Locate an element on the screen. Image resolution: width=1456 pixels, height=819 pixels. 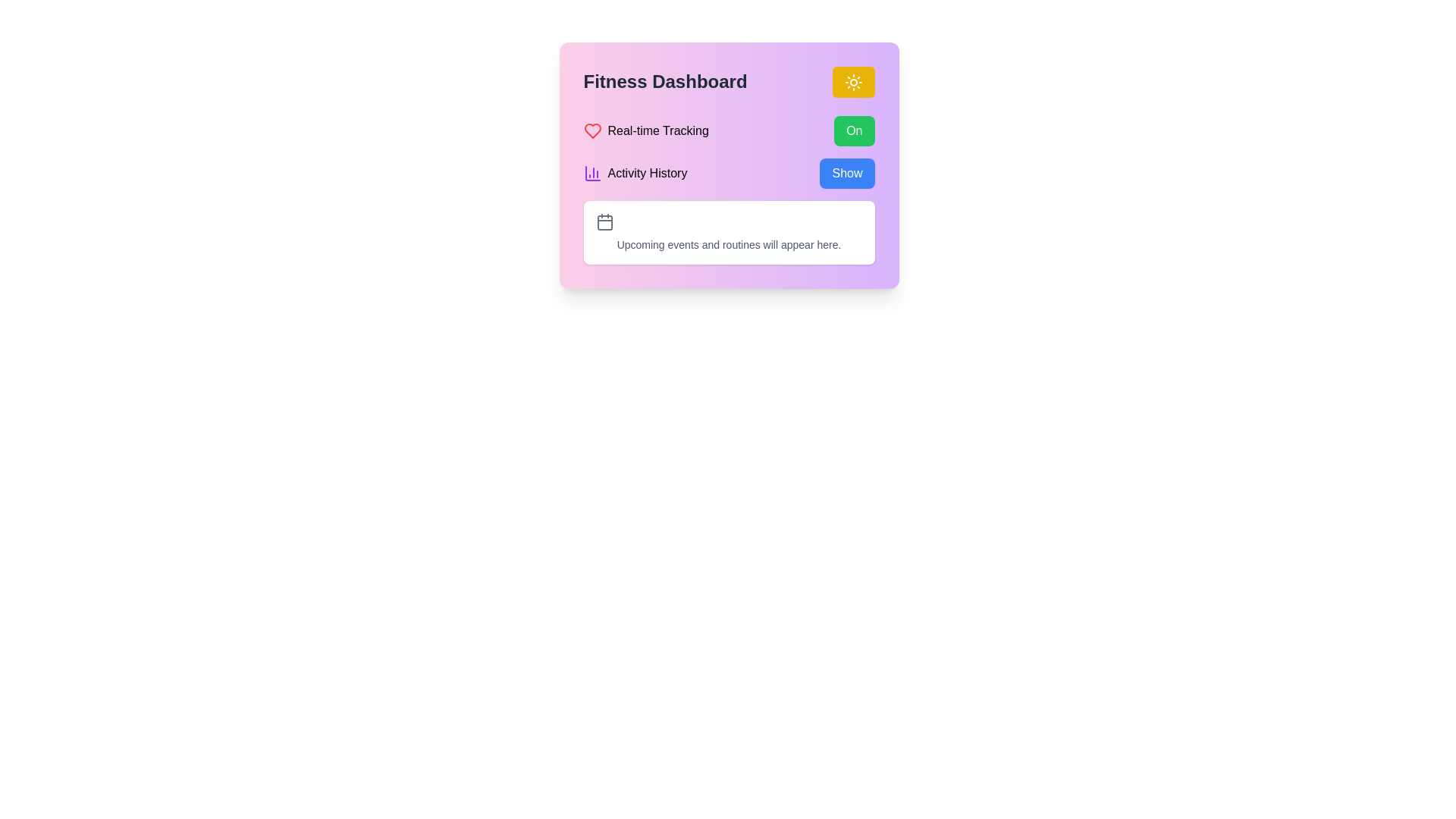
the static text element that serves as a label for the real-time tracking functionality, positioned below 'Fitness Dashboard' and above 'Activity History' is located at coordinates (658, 130).